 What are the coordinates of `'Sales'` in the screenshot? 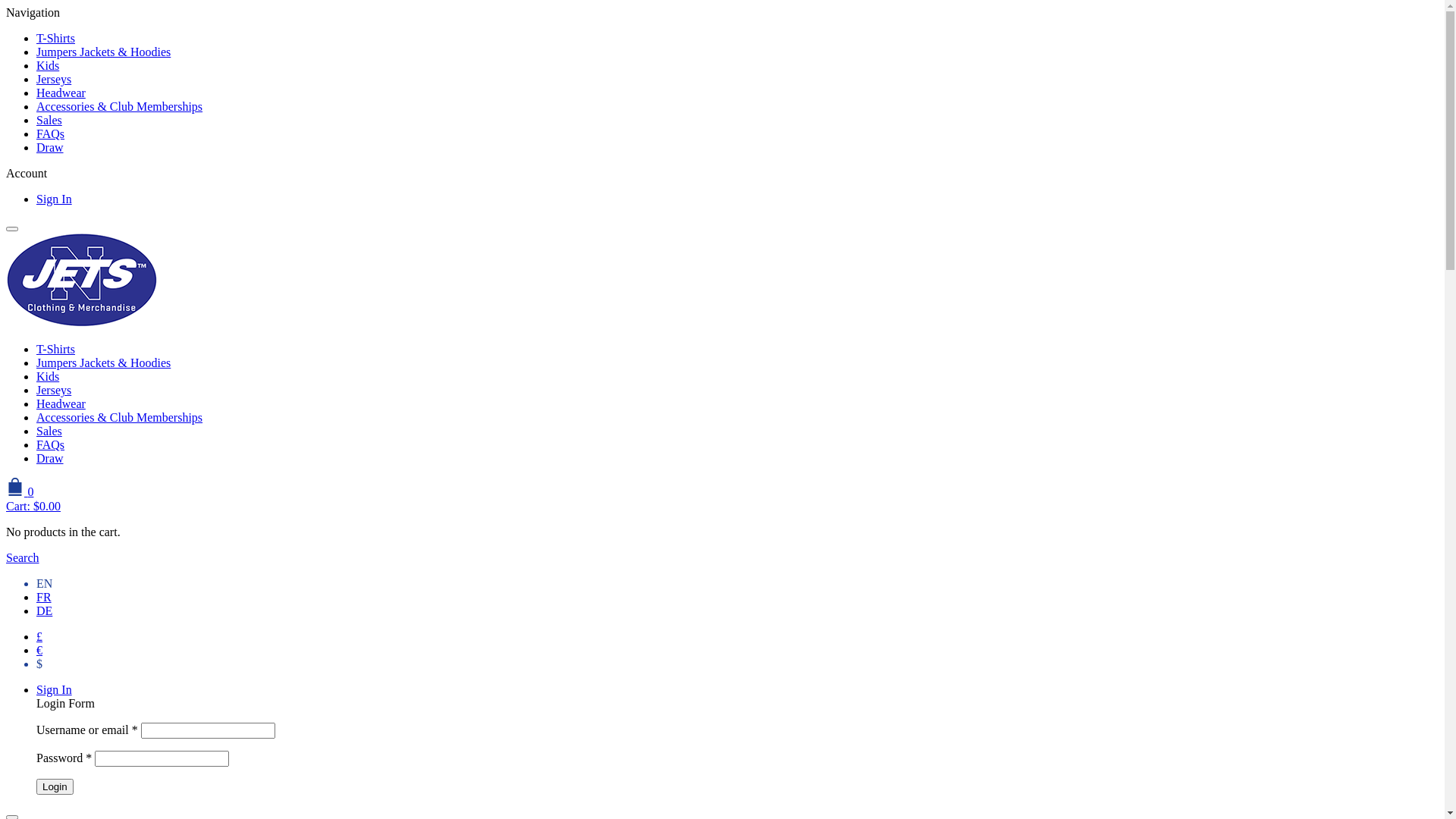 It's located at (49, 119).